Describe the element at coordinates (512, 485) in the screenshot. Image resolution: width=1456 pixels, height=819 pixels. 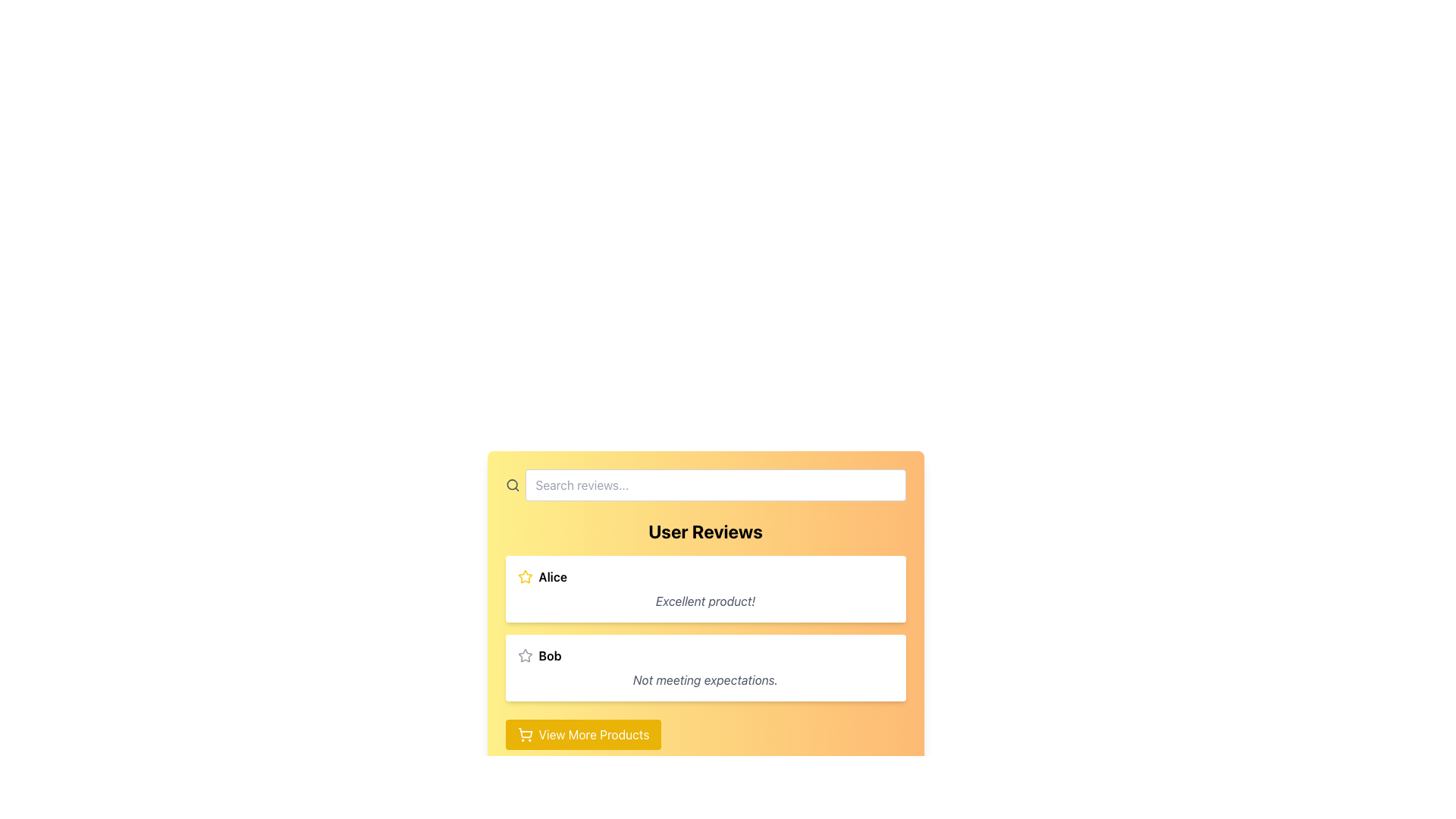
I see `the circle graphic element that is part of the search icon, located above the search text input field and slightly to the left within the circular boundary` at that location.